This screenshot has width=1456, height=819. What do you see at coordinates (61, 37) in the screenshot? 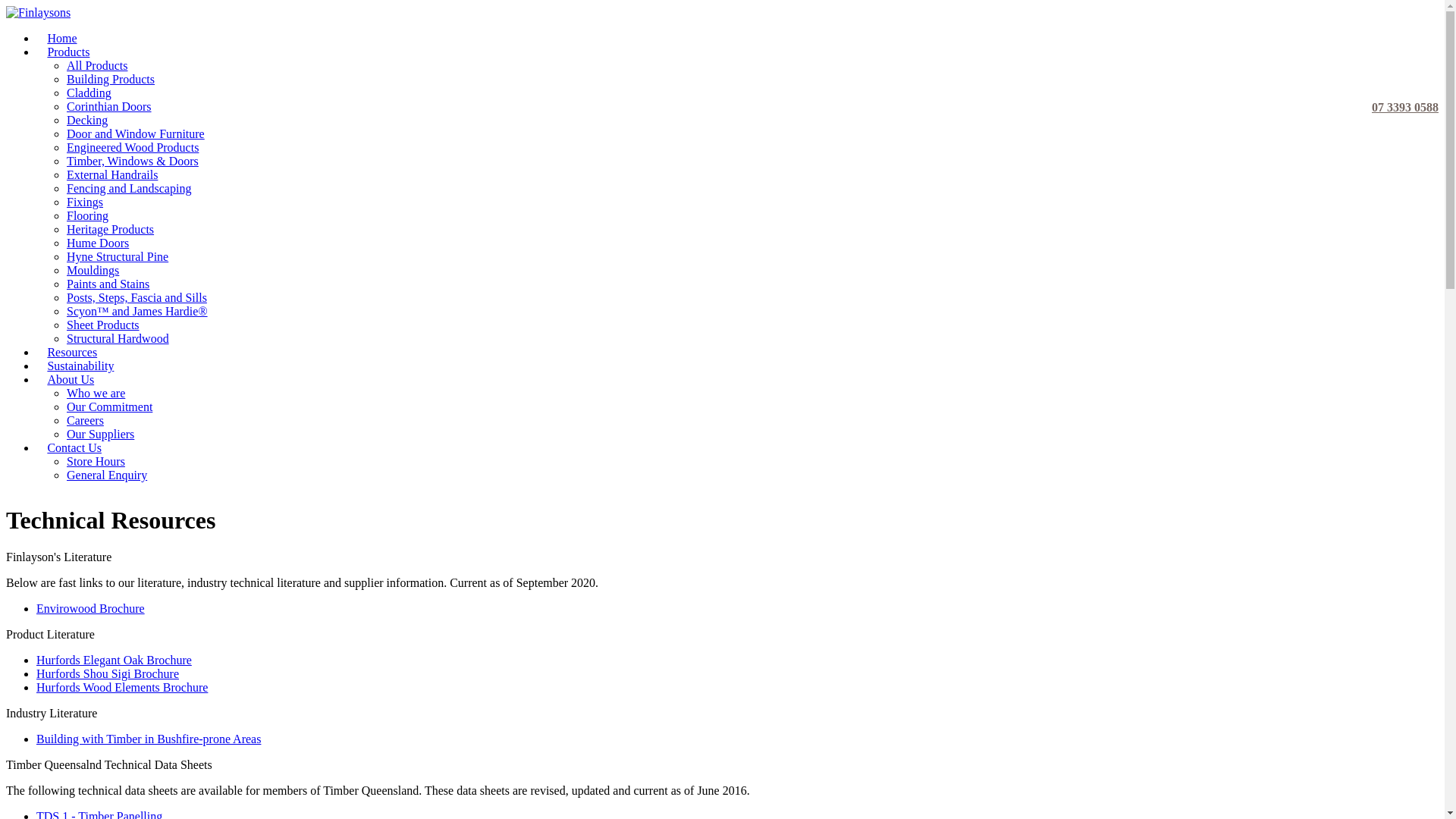
I see `'Home'` at bounding box center [61, 37].